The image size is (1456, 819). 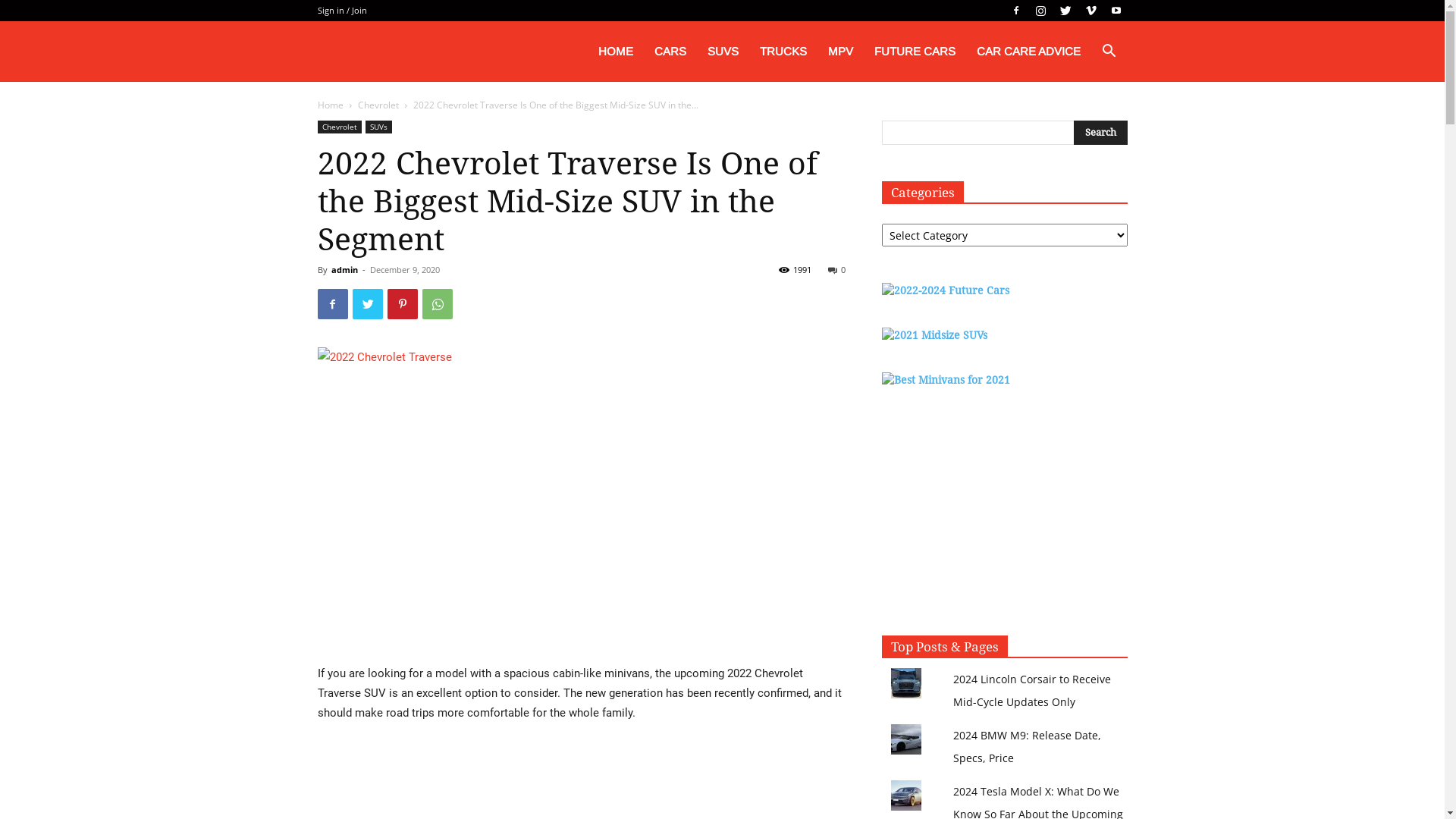 I want to click on 'CAR CARE ADVICE', so click(x=1028, y=51).